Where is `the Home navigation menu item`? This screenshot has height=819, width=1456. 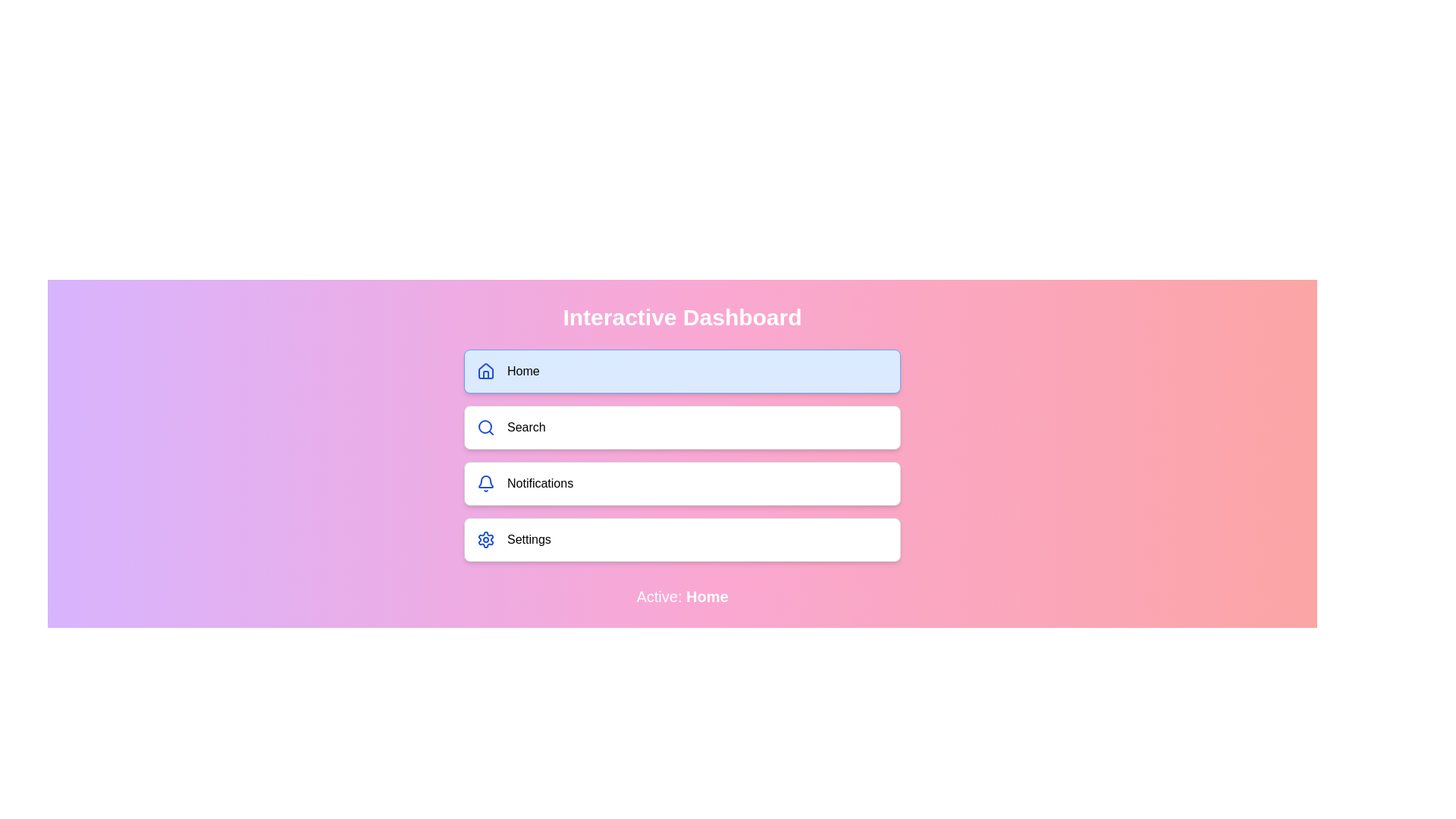 the Home navigation menu item is located at coordinates (682, 371).